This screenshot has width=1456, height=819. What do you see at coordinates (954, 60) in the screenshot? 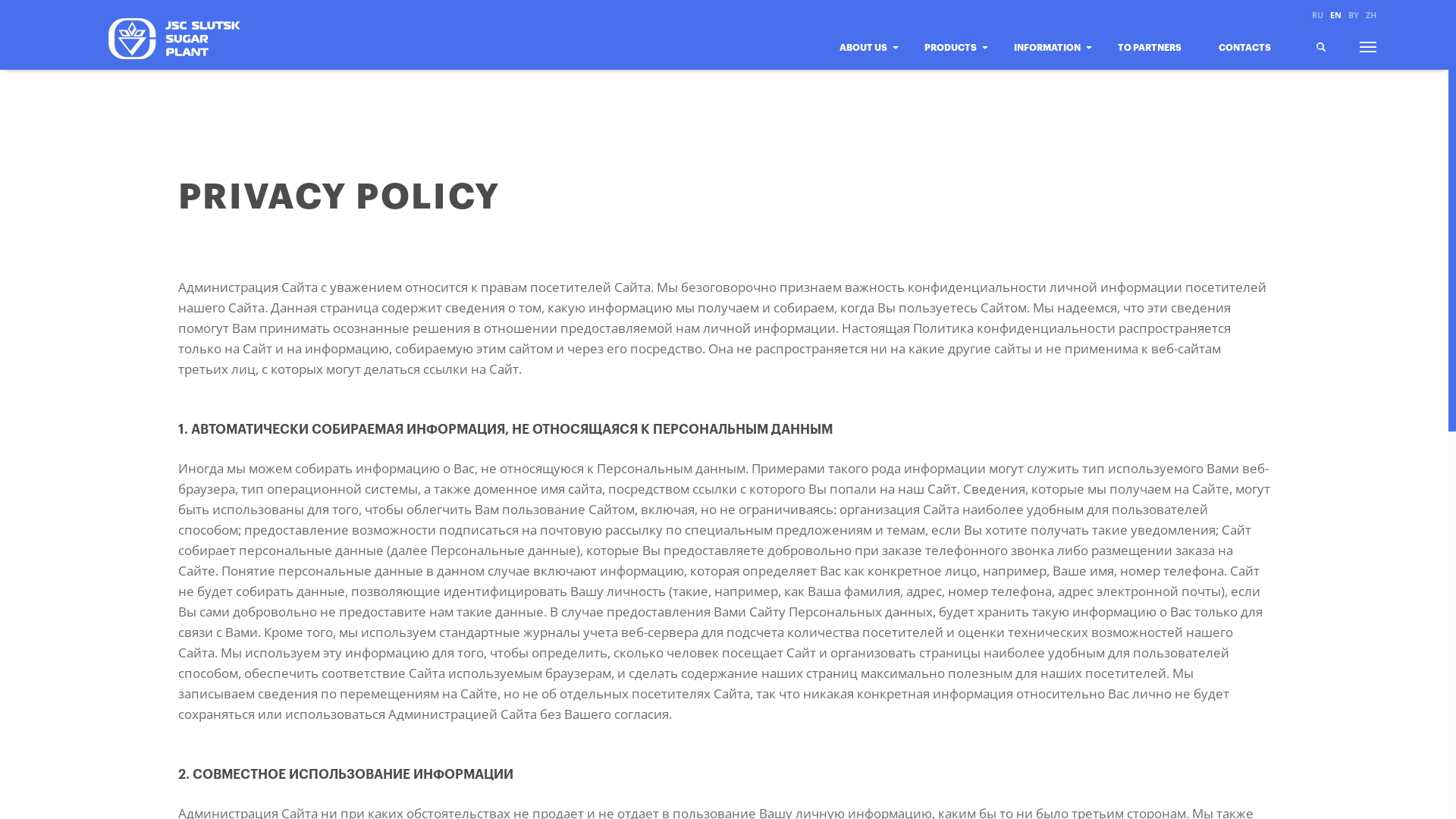
I see `'PRODUCTS'` at bounding box center [954, 60].